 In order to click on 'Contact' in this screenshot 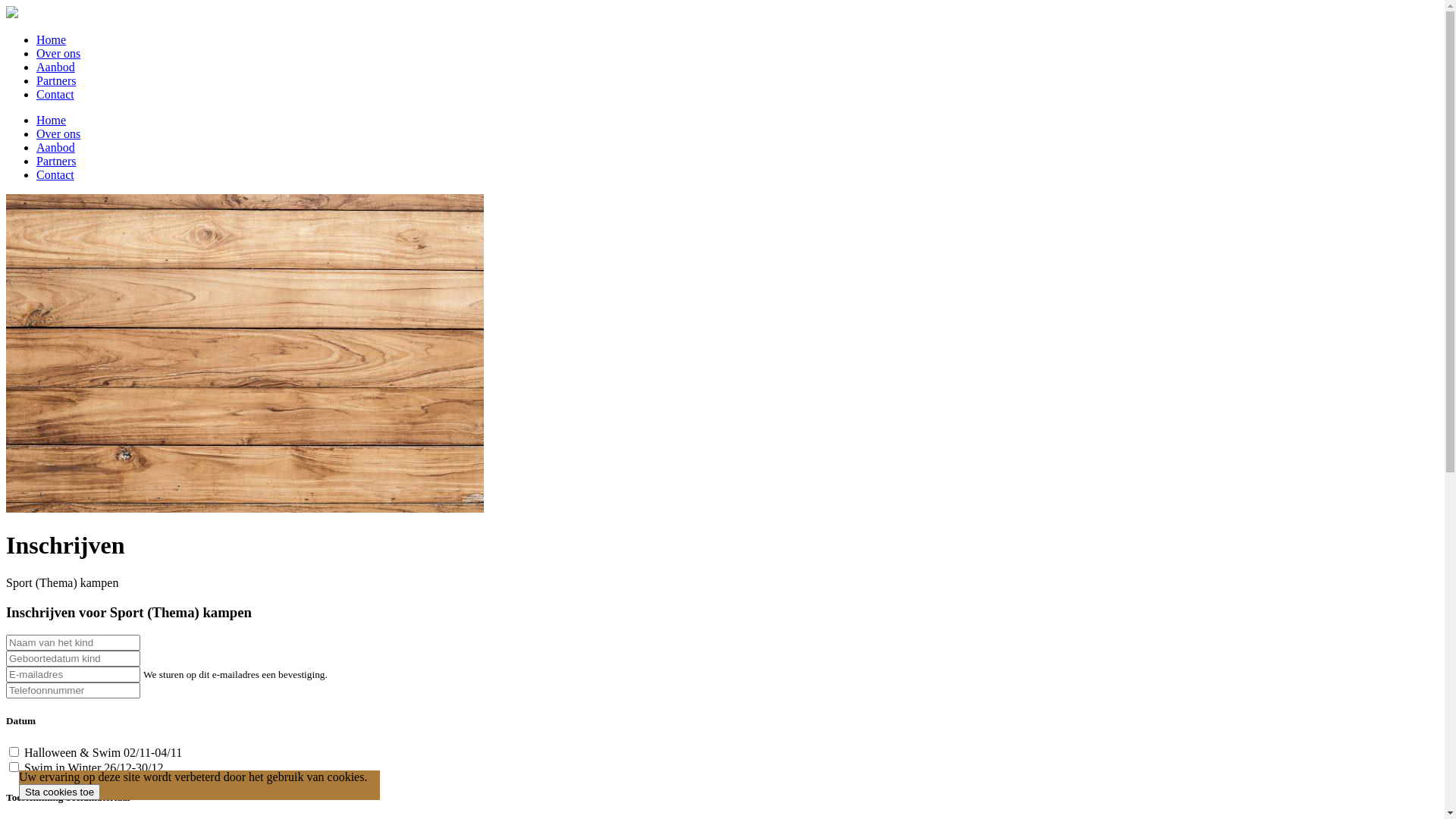, I will do `click(55, 174)`.